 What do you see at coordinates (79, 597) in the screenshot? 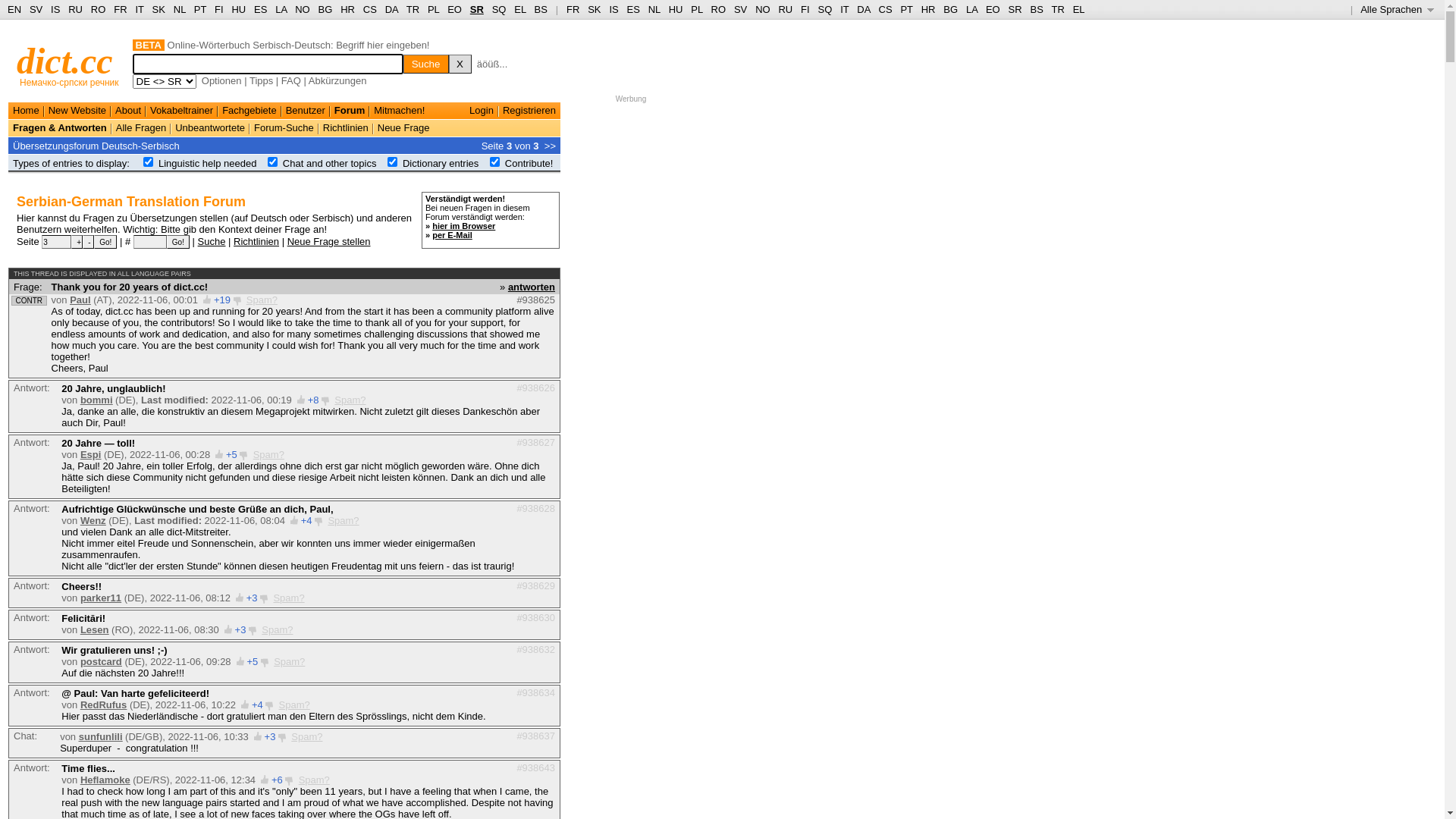
I see `'parker11'` at bounding box center [79, 597].